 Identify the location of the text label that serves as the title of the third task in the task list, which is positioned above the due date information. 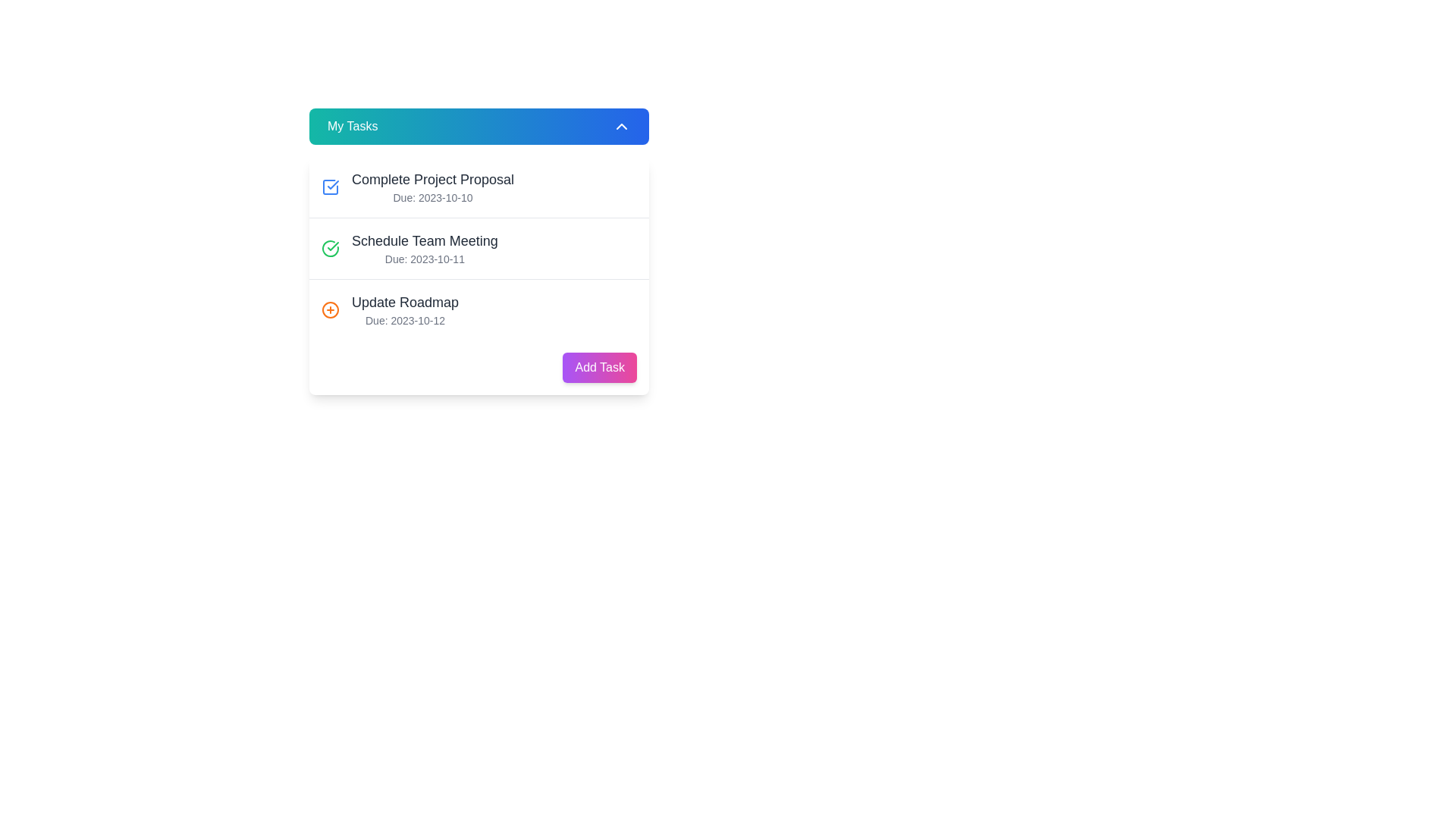
(405, 302).